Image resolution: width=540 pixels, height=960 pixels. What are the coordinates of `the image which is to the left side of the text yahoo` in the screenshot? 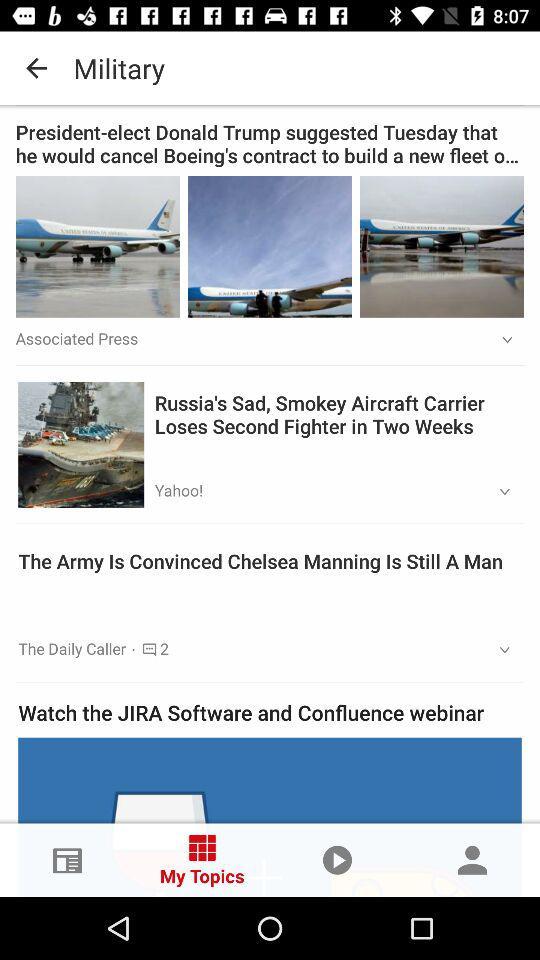 It's located at (80, 444).